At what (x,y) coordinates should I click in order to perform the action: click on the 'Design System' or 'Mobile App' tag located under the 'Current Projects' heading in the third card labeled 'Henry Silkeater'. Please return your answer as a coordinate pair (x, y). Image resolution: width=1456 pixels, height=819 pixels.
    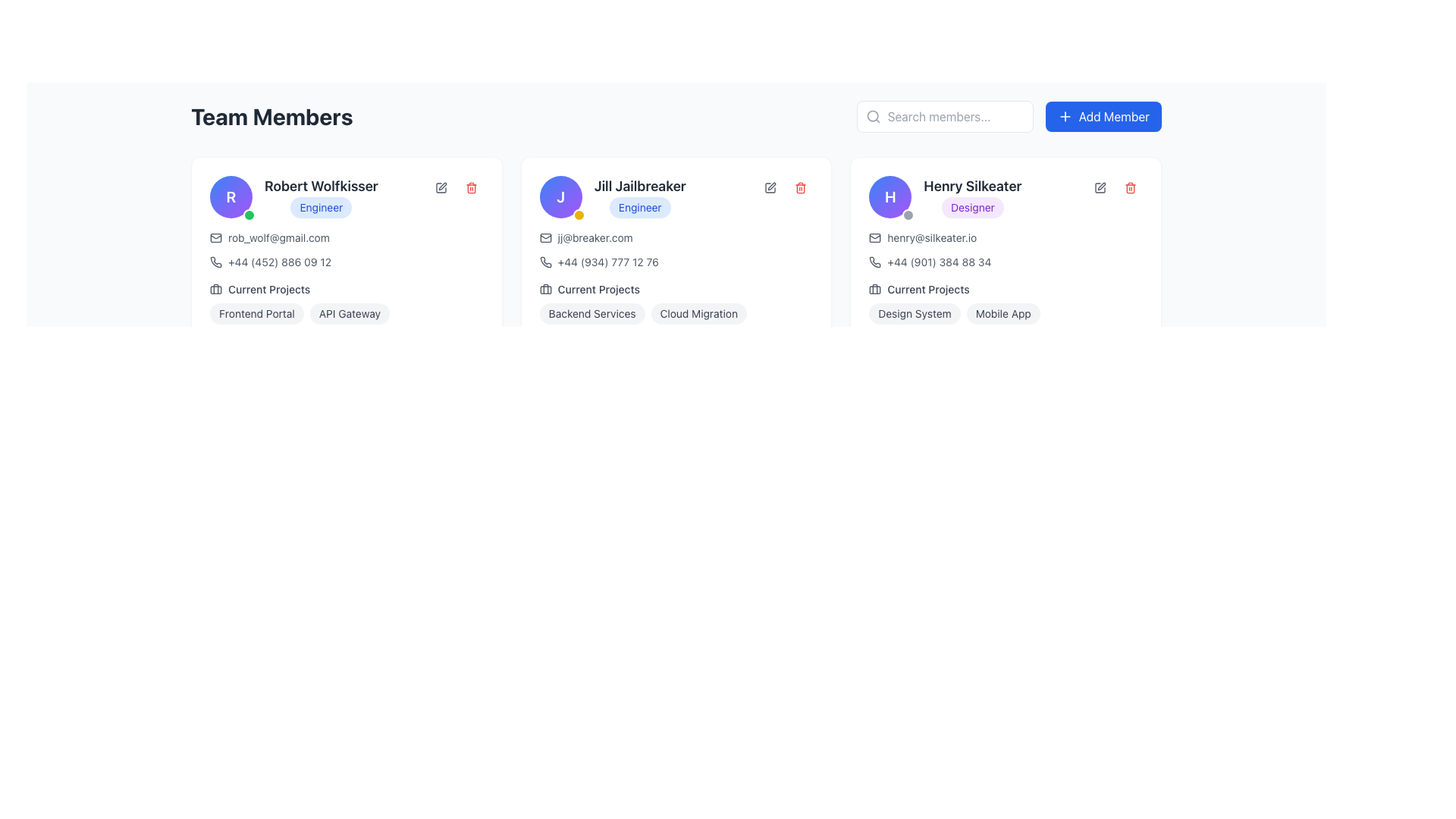
    Looking at the image, I should click on (1006, 303).